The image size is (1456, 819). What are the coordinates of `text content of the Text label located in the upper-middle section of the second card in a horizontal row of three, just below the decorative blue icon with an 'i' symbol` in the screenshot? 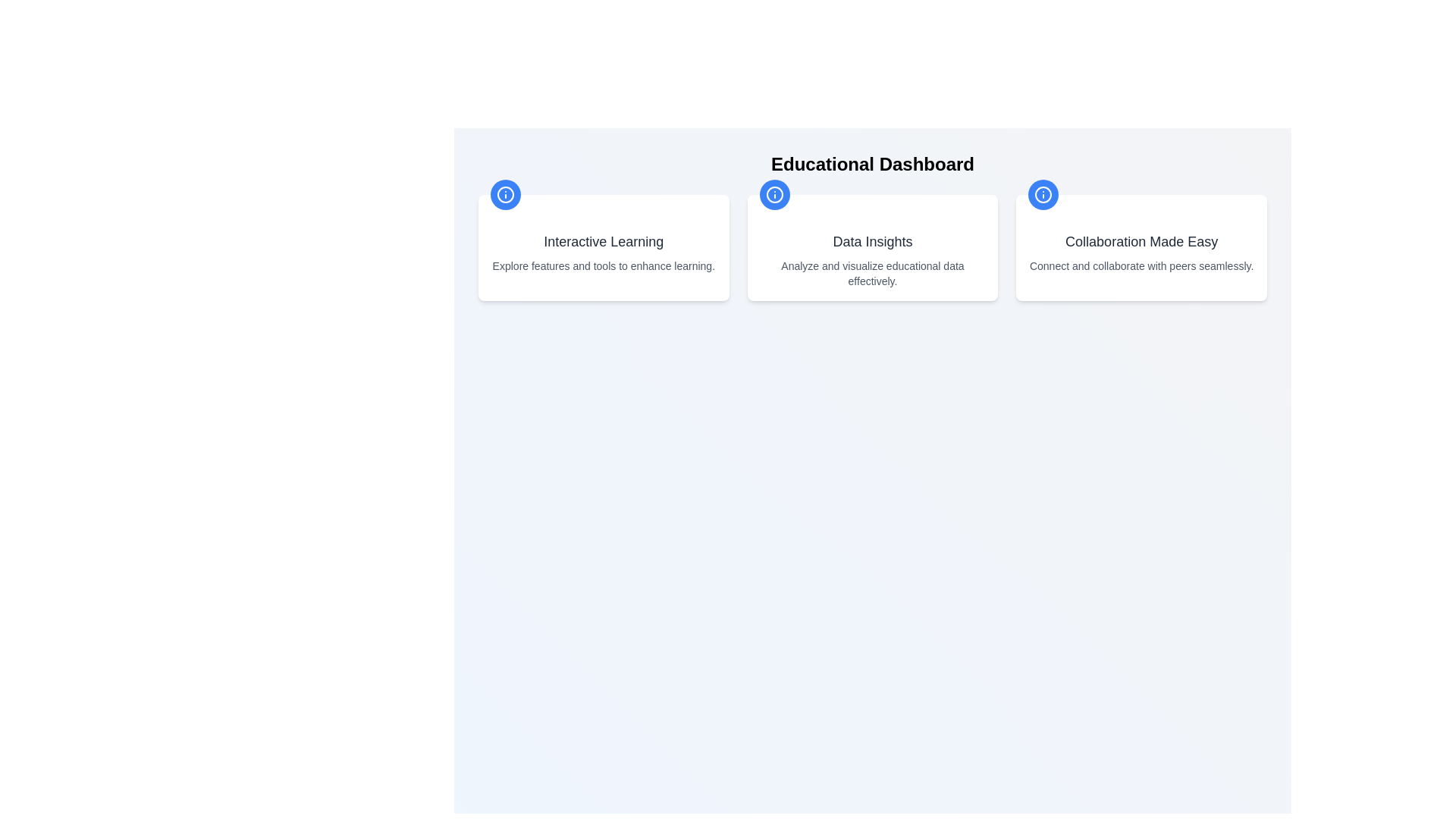 It's located at (873, 241).